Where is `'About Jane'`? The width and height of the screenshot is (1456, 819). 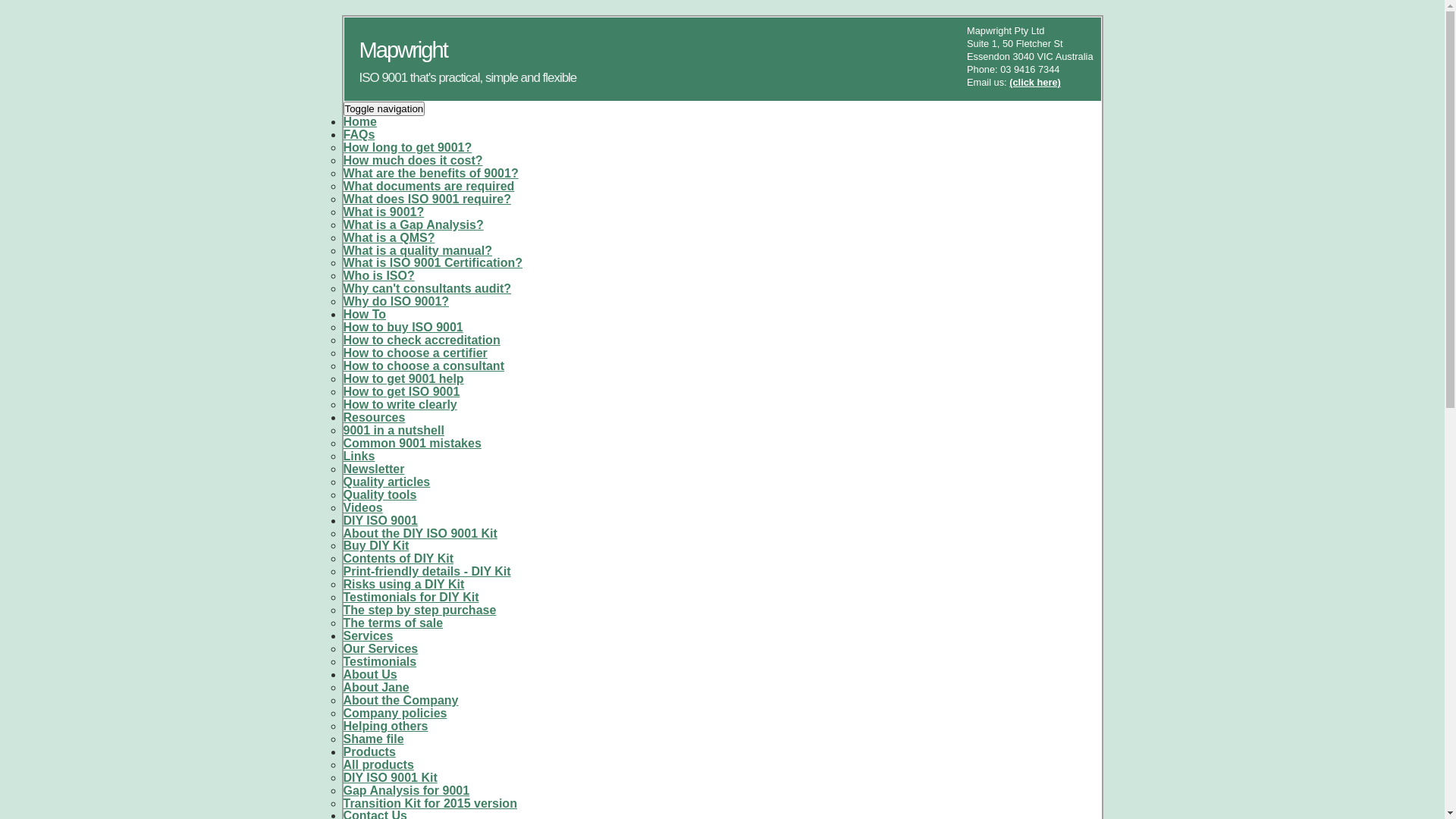
'About Jane' is located at coordinates (375, 687).